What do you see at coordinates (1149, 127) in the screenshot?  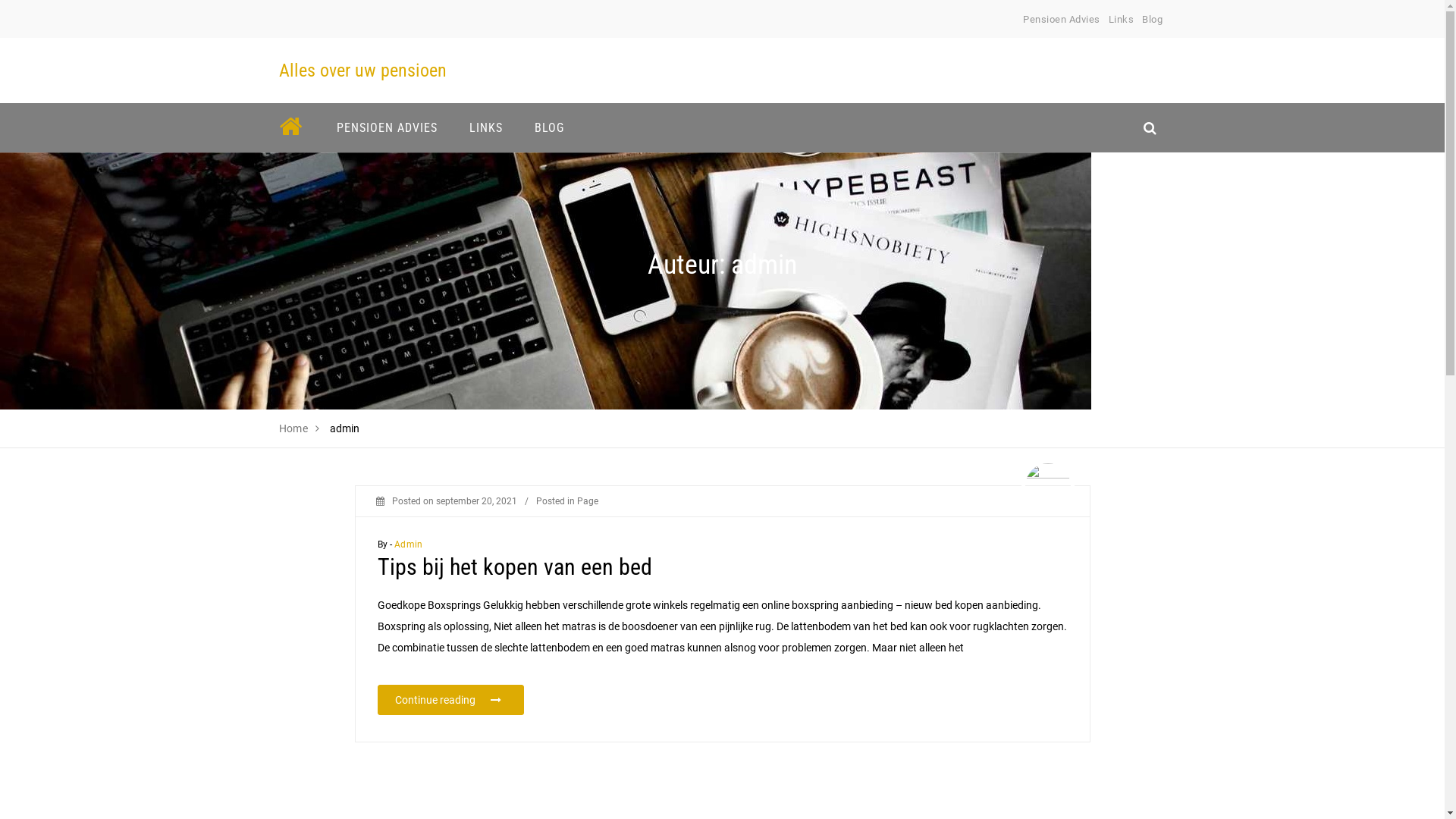 I see `'search_icon'` at bounding box center [1149, 127].